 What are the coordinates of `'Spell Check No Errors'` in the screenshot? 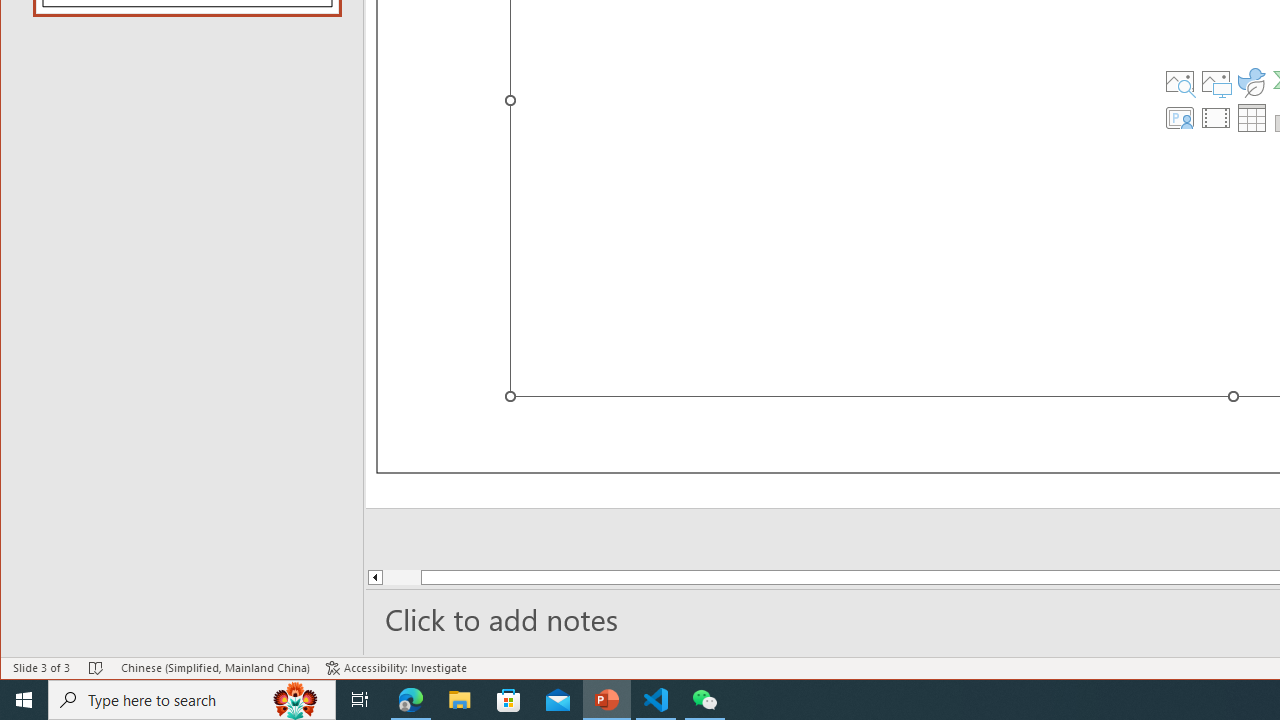 It's located at (95, 668).